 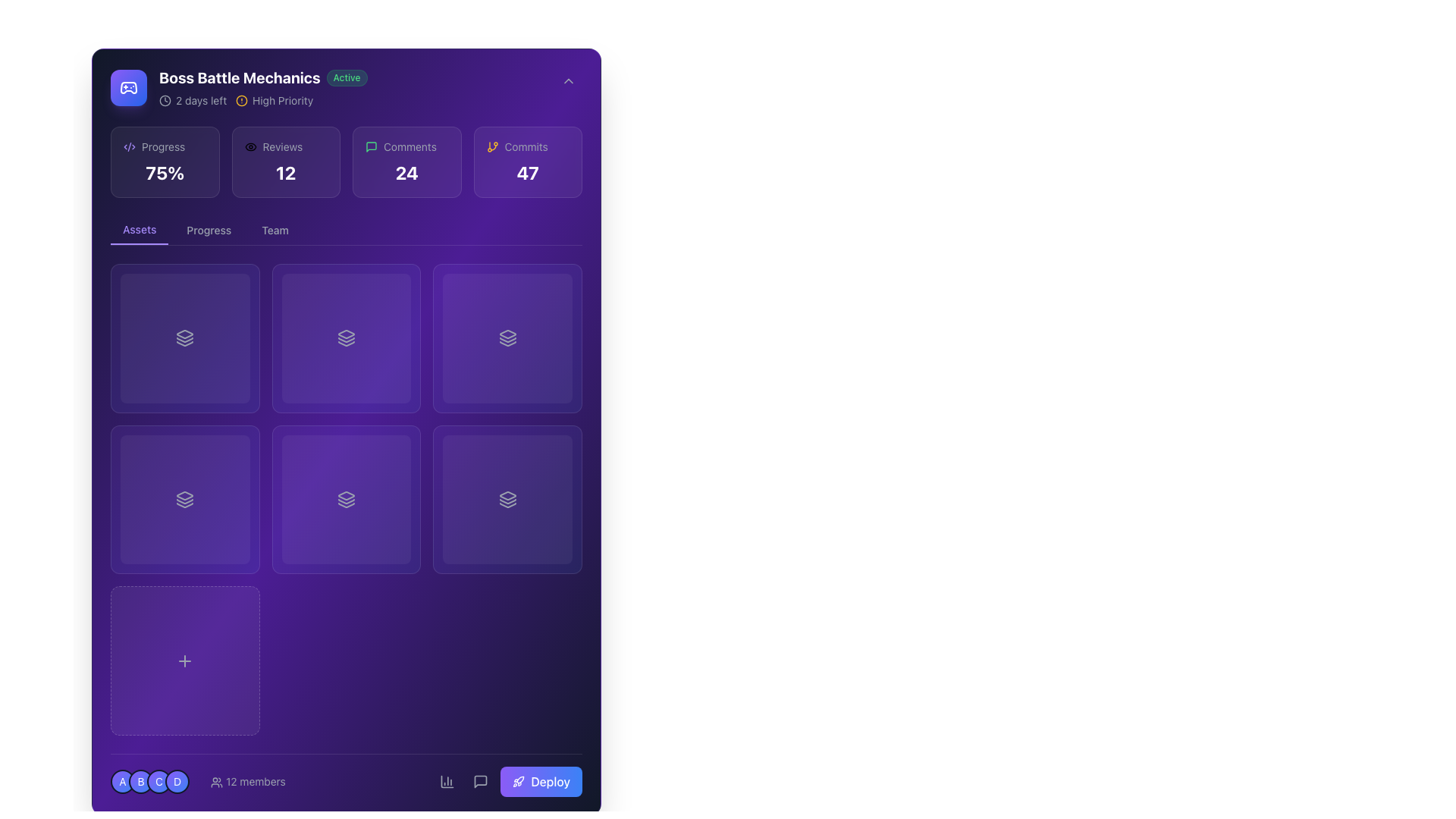 I want to click on the interactive card located in the bottom-right corner of the 3x3 grid layout, so click(x=507, y=500).